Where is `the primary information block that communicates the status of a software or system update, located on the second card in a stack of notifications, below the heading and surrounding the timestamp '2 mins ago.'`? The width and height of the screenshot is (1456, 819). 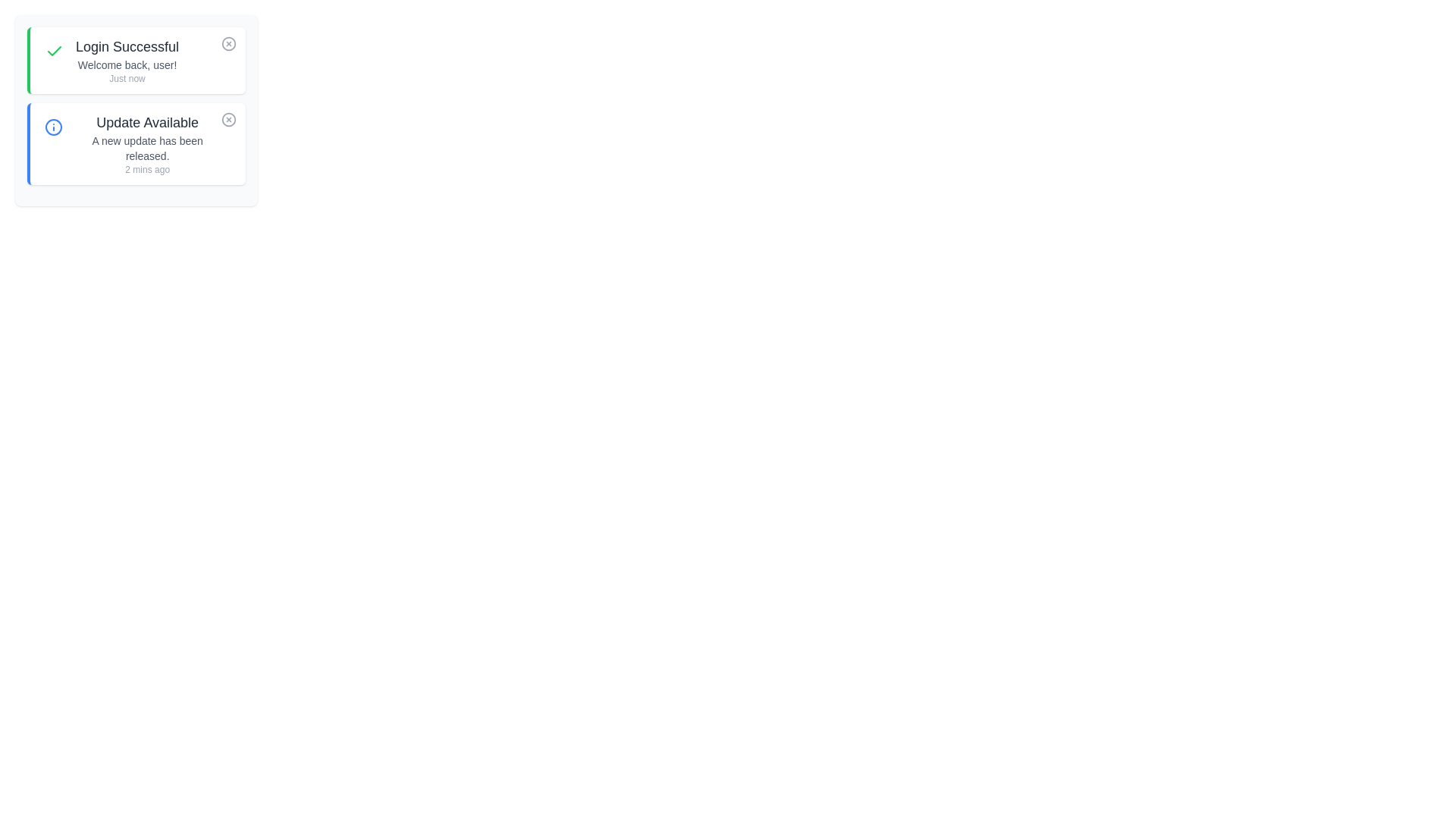 the primary information block that communicates the status of a software or system update, located on the second card in a stack of notifications, below the heading and surrounding the timestamp '2 mins ago.' is located at coordinates (147, 143).